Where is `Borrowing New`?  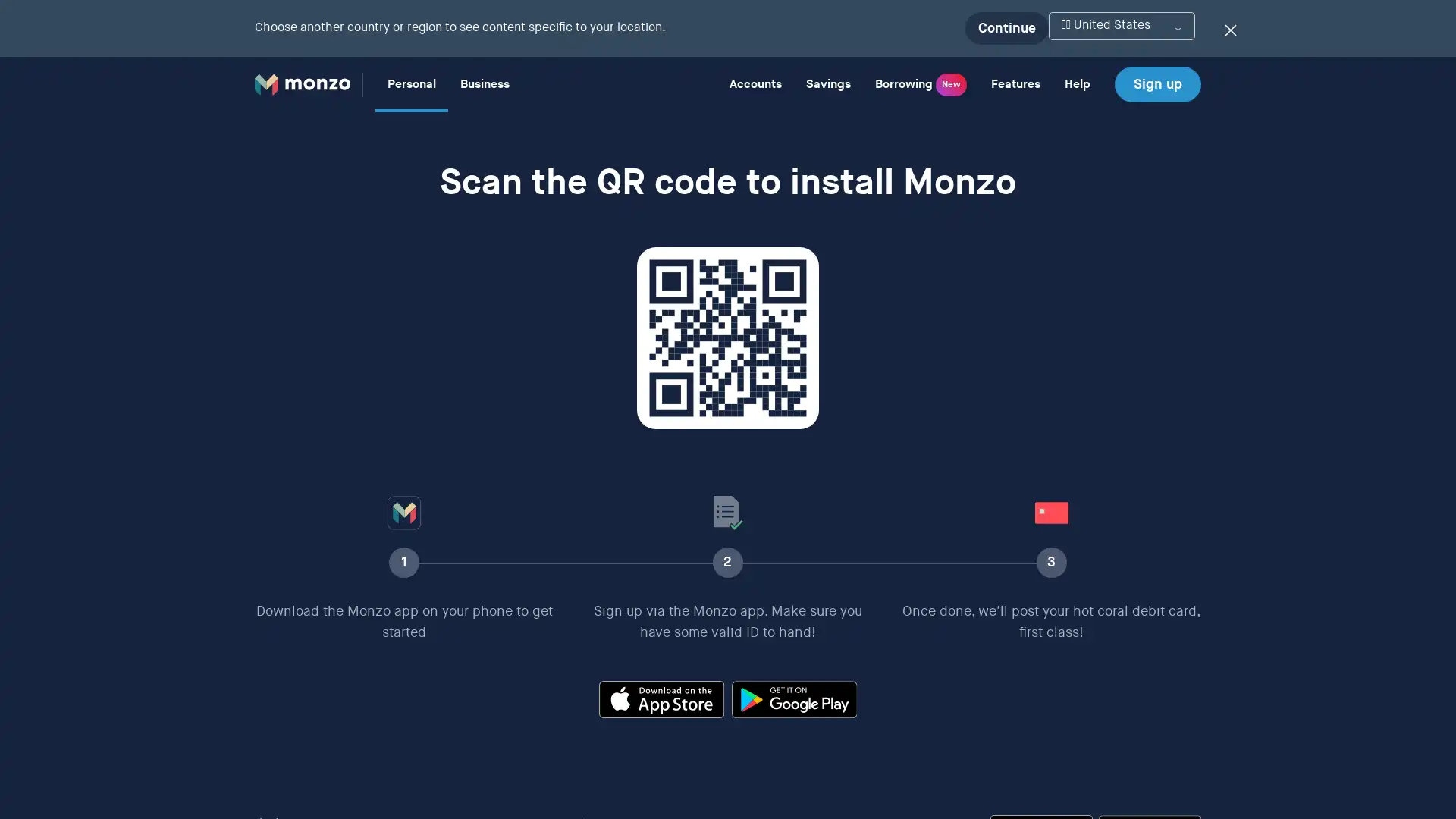
Borrowing New is located at coordinates (920, 84).